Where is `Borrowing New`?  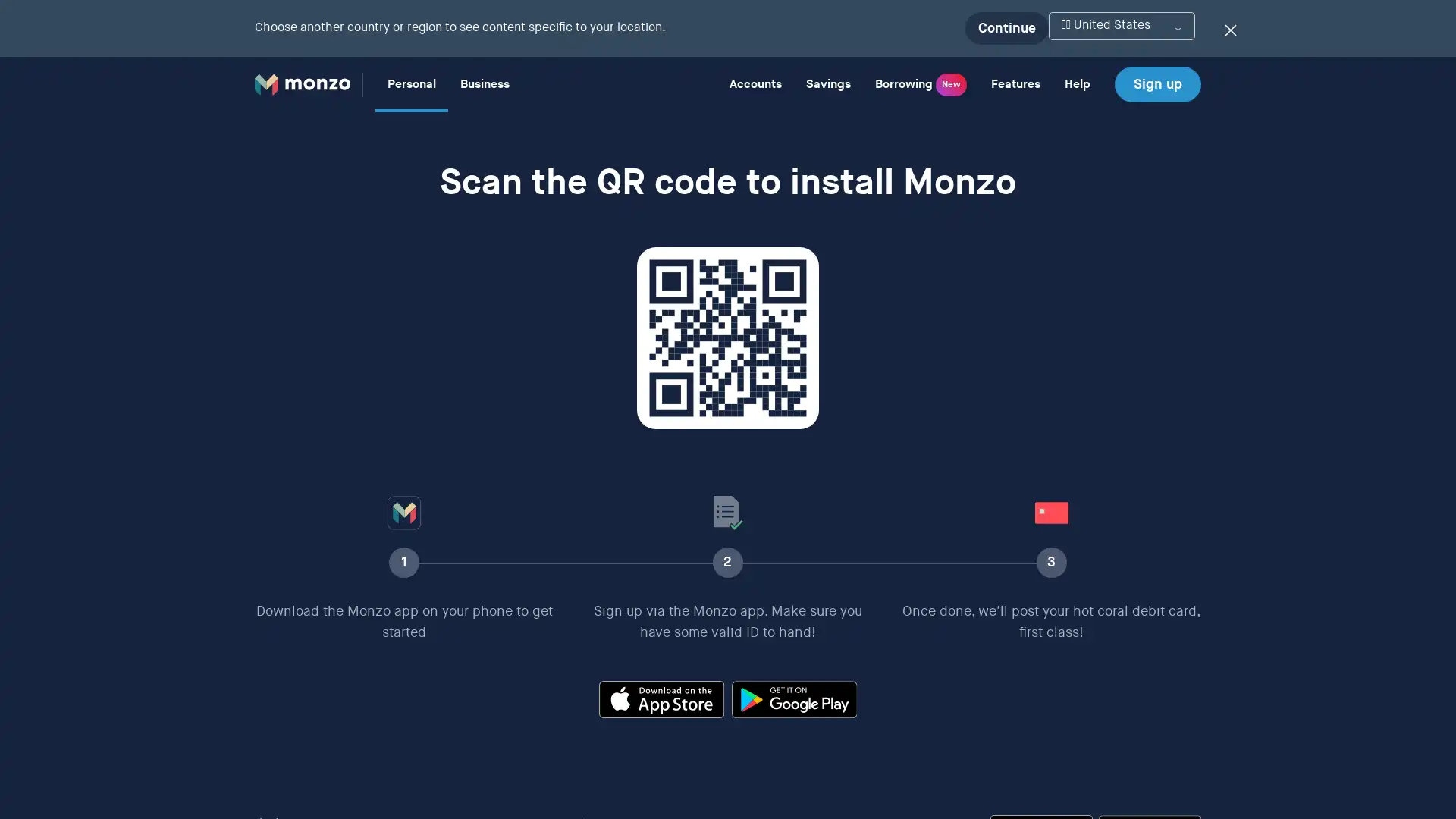
Borrowing New is located at coordinates (920, 84).